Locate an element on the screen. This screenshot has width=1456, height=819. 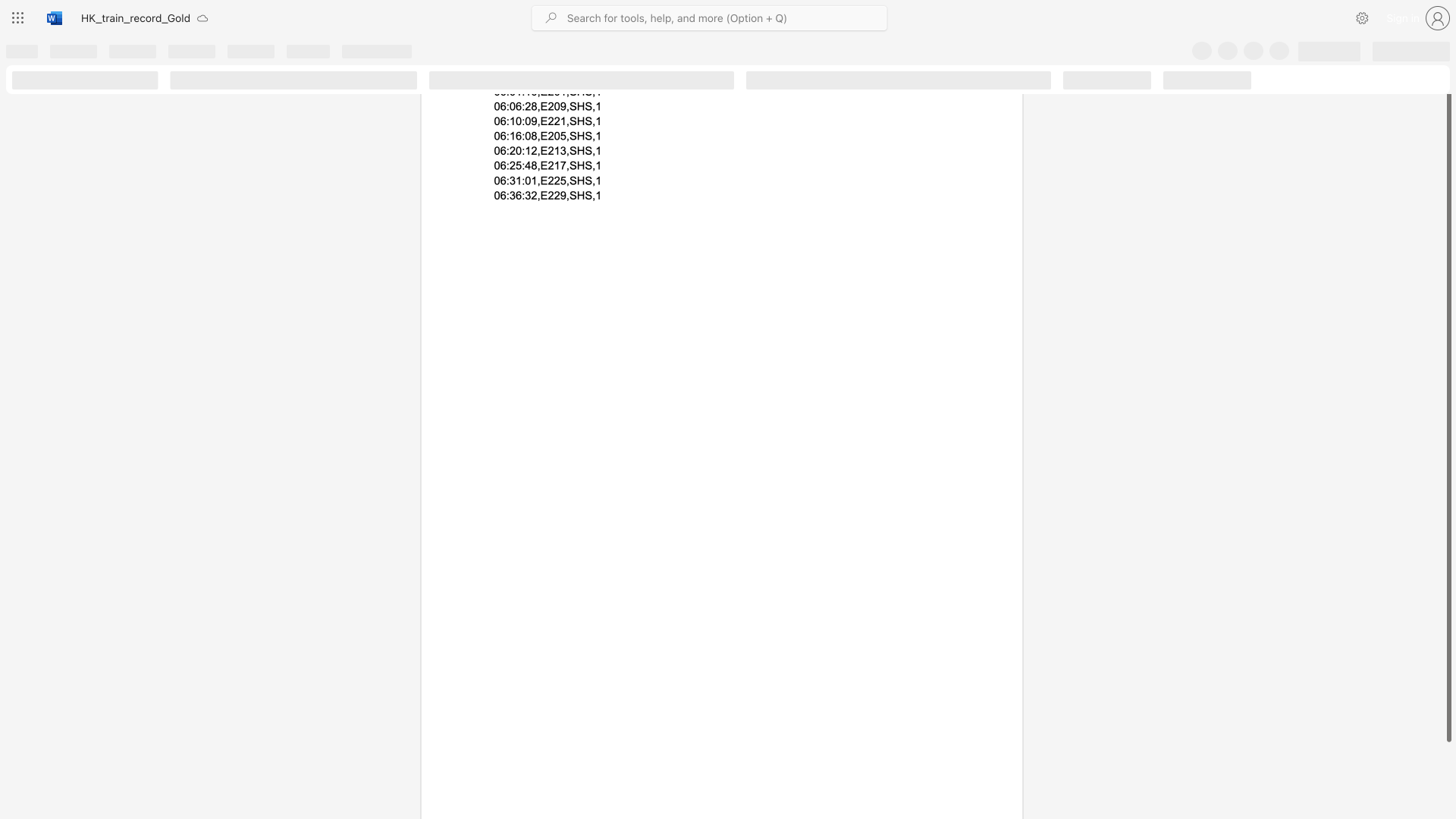
the scrollbar and move up 40 pixels is located at coordinates (1448, 408).